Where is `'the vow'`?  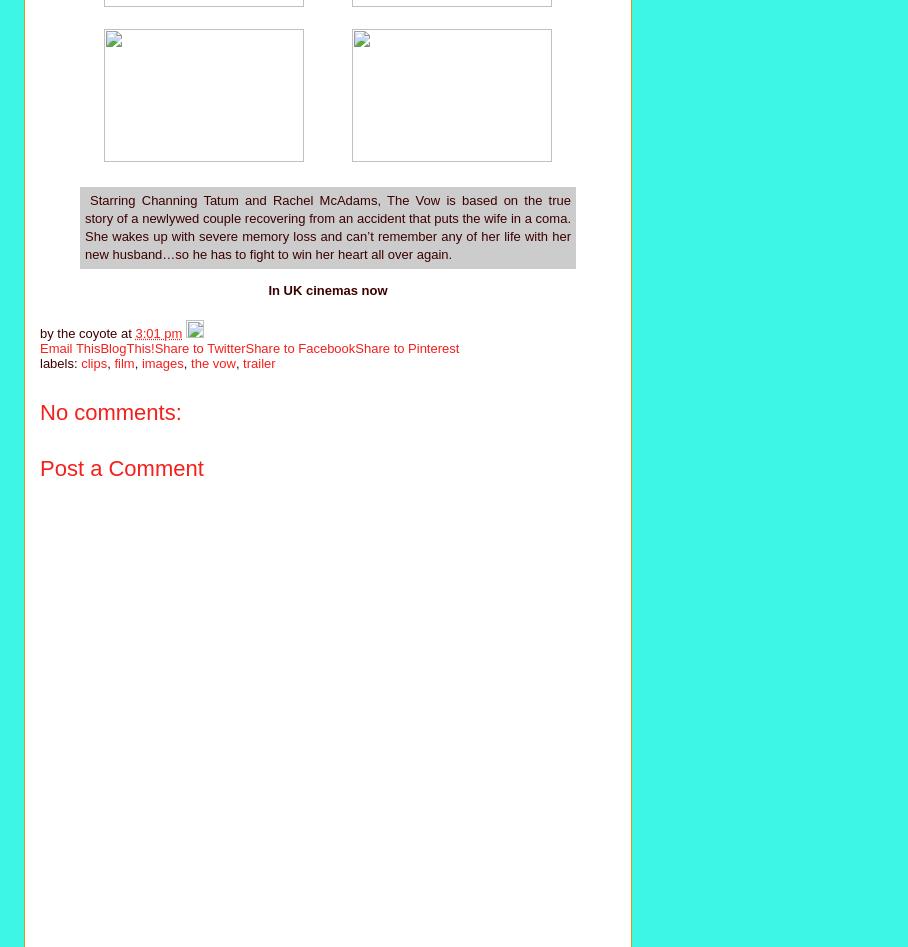
'the vow' is located at coordinates (213, 362).